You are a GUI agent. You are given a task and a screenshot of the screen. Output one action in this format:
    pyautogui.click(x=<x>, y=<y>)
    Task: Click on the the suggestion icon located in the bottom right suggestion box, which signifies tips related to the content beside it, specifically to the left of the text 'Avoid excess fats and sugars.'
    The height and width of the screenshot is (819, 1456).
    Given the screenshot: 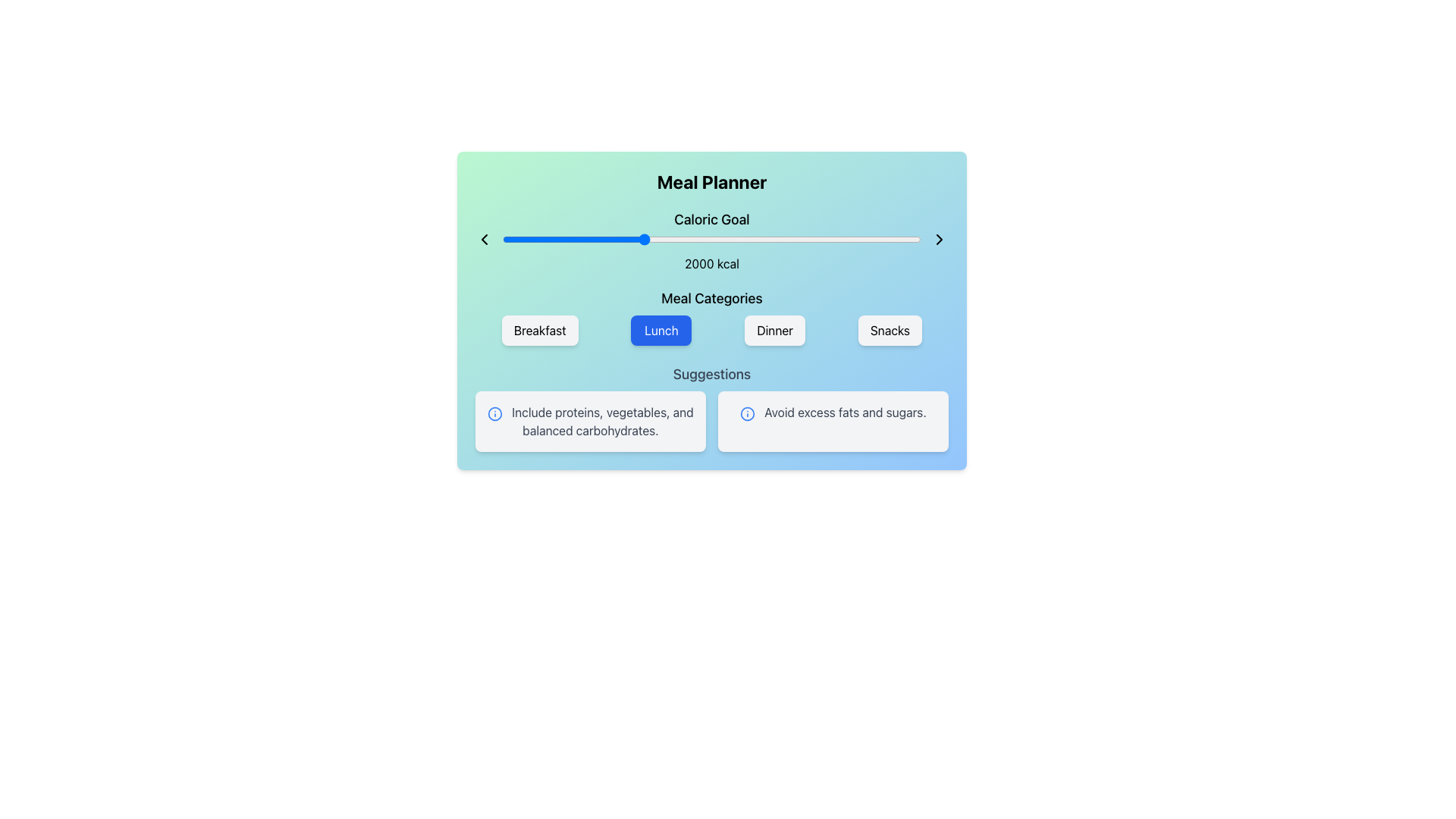 What is the action you would take?
    pyautogui.click(x=748, y=413)
    